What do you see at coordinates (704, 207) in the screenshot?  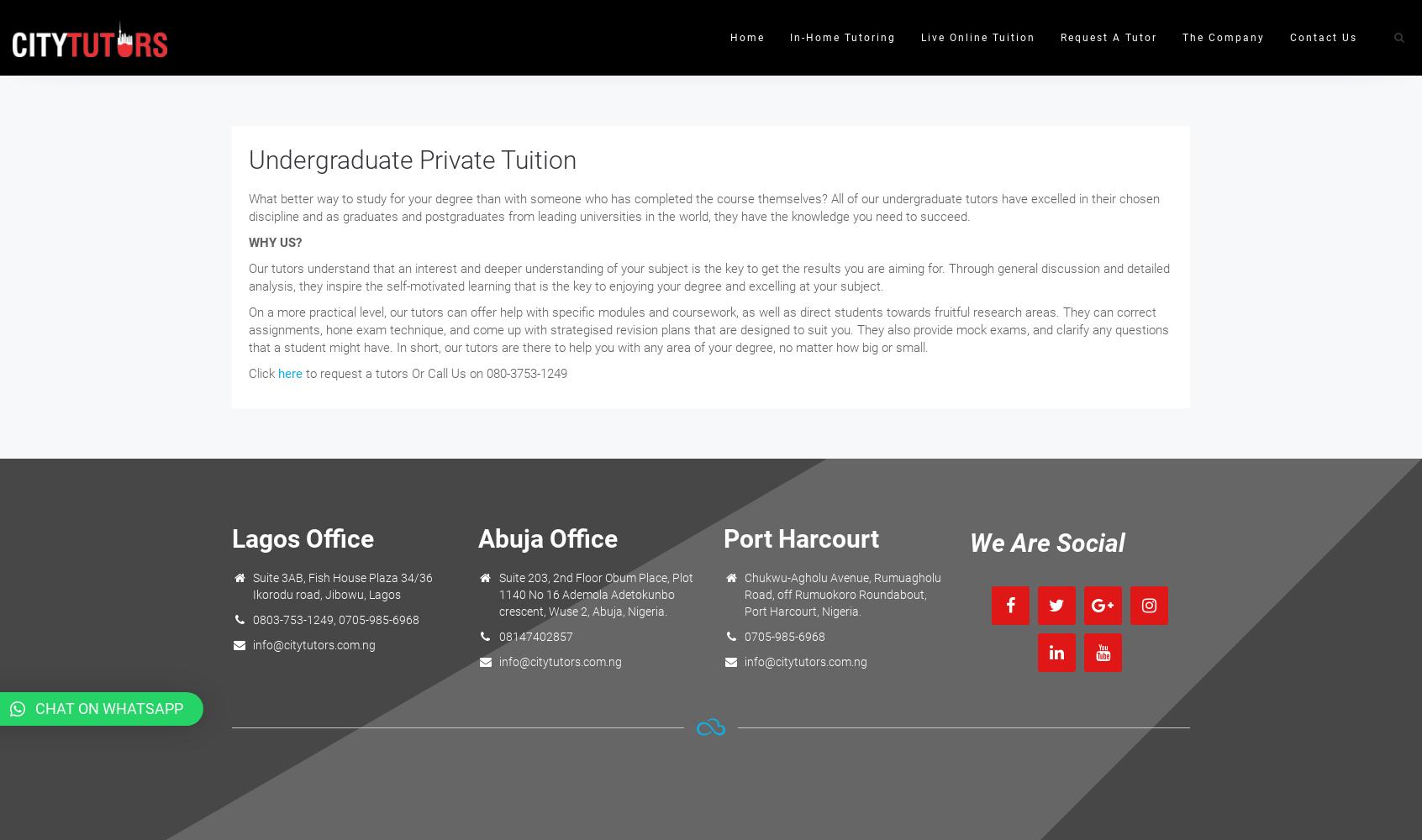 I see `'What better way to study for your degree than with someone who has completed the course themselves? All of our undergraduate tutors have excelled in their chosen discipline and as graduates and postgraduates from leading universities in the world, they have the knowledge you need to succeed.'` at bounding box center [704, 207].